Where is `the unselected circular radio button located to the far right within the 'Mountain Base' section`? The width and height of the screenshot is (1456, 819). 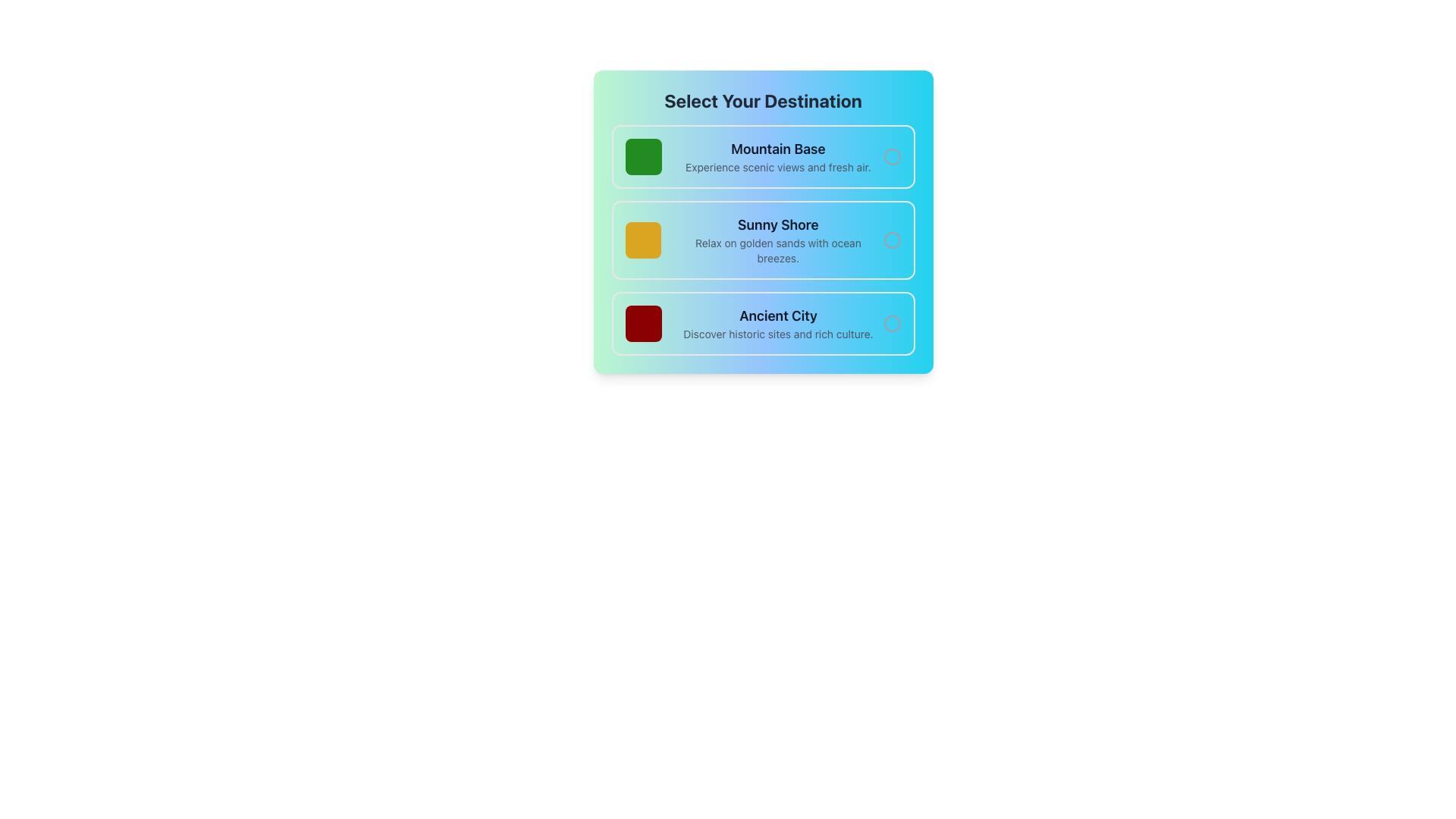
the unselected circular radio button located to the far right within the 'Mountain Base' section is located at coordinates (892, 157).